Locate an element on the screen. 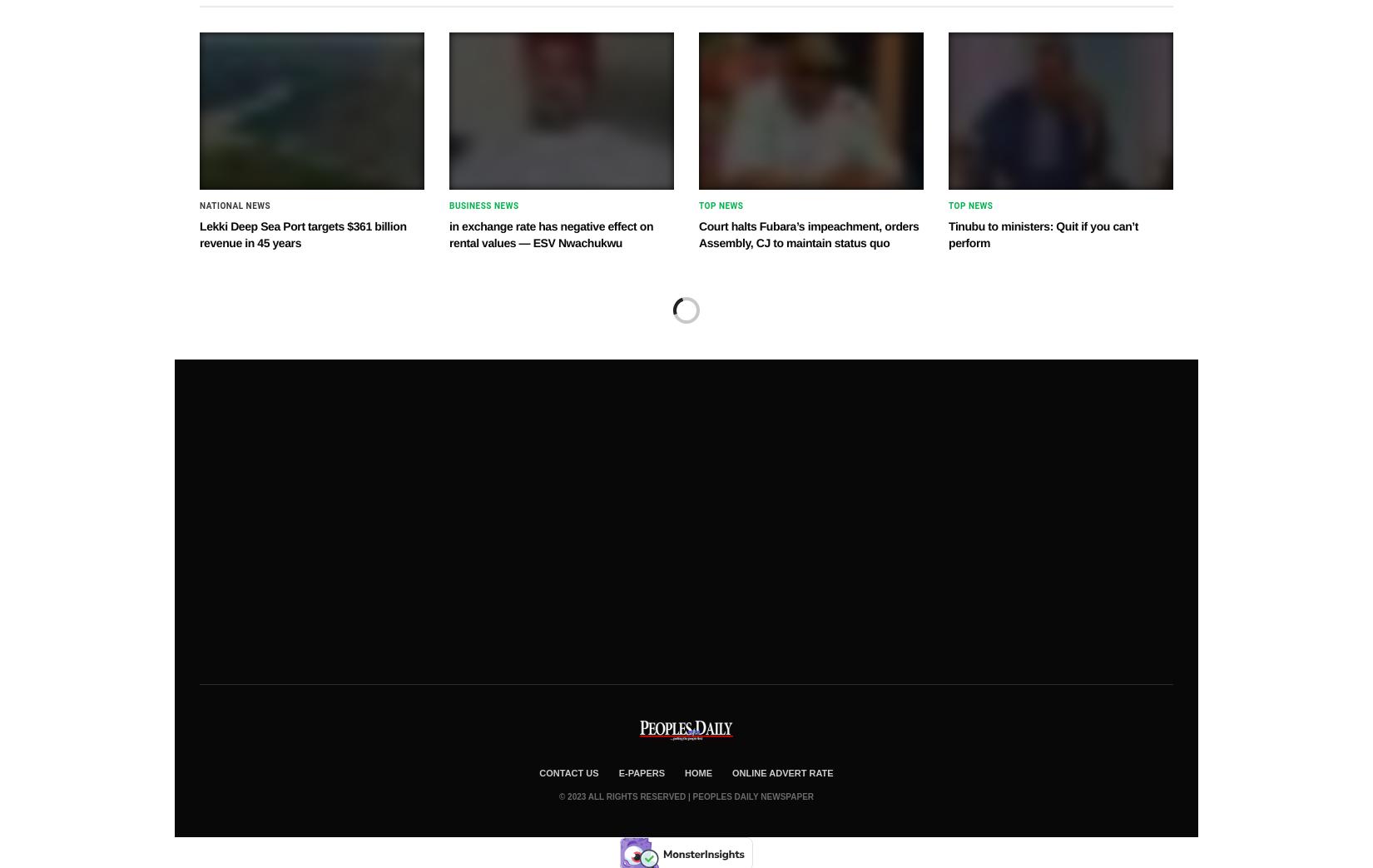  'National News' is located at coordinates (235, 206).